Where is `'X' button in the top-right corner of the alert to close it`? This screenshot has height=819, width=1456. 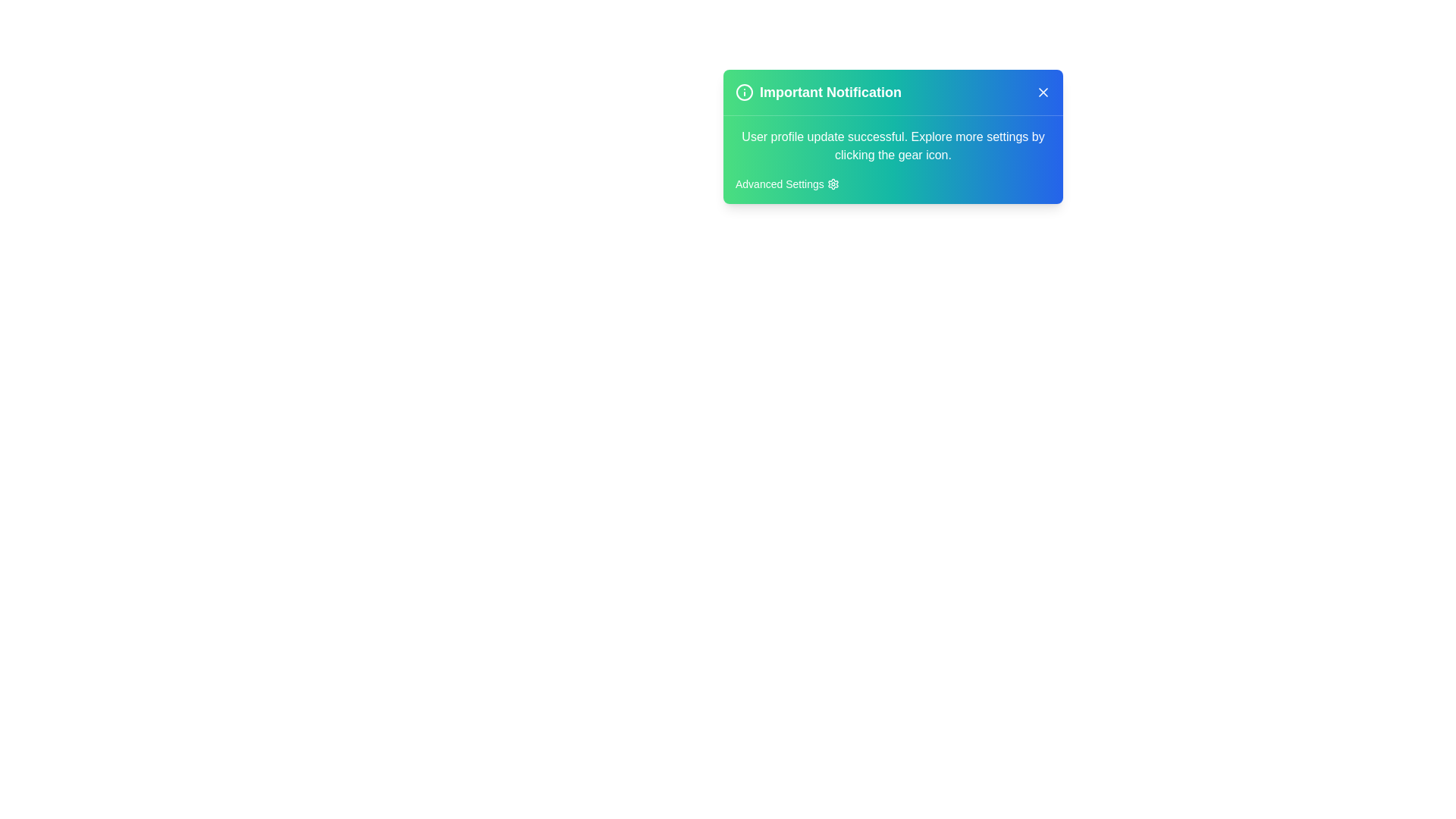 'X' button in the top-right corner of the alert to close it is located at coordinates (1043, 93).